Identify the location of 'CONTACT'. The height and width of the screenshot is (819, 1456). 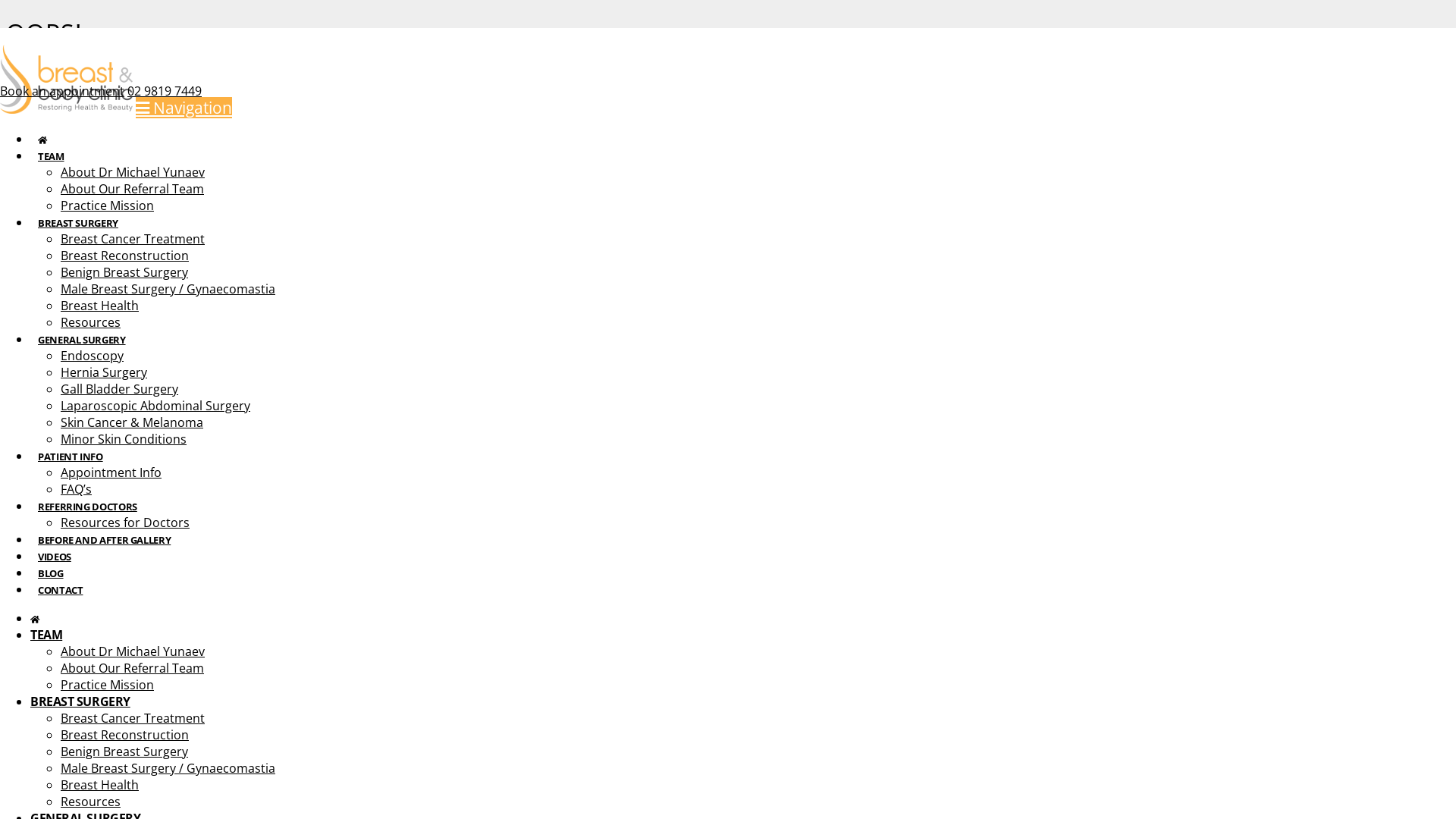
(60, 585).